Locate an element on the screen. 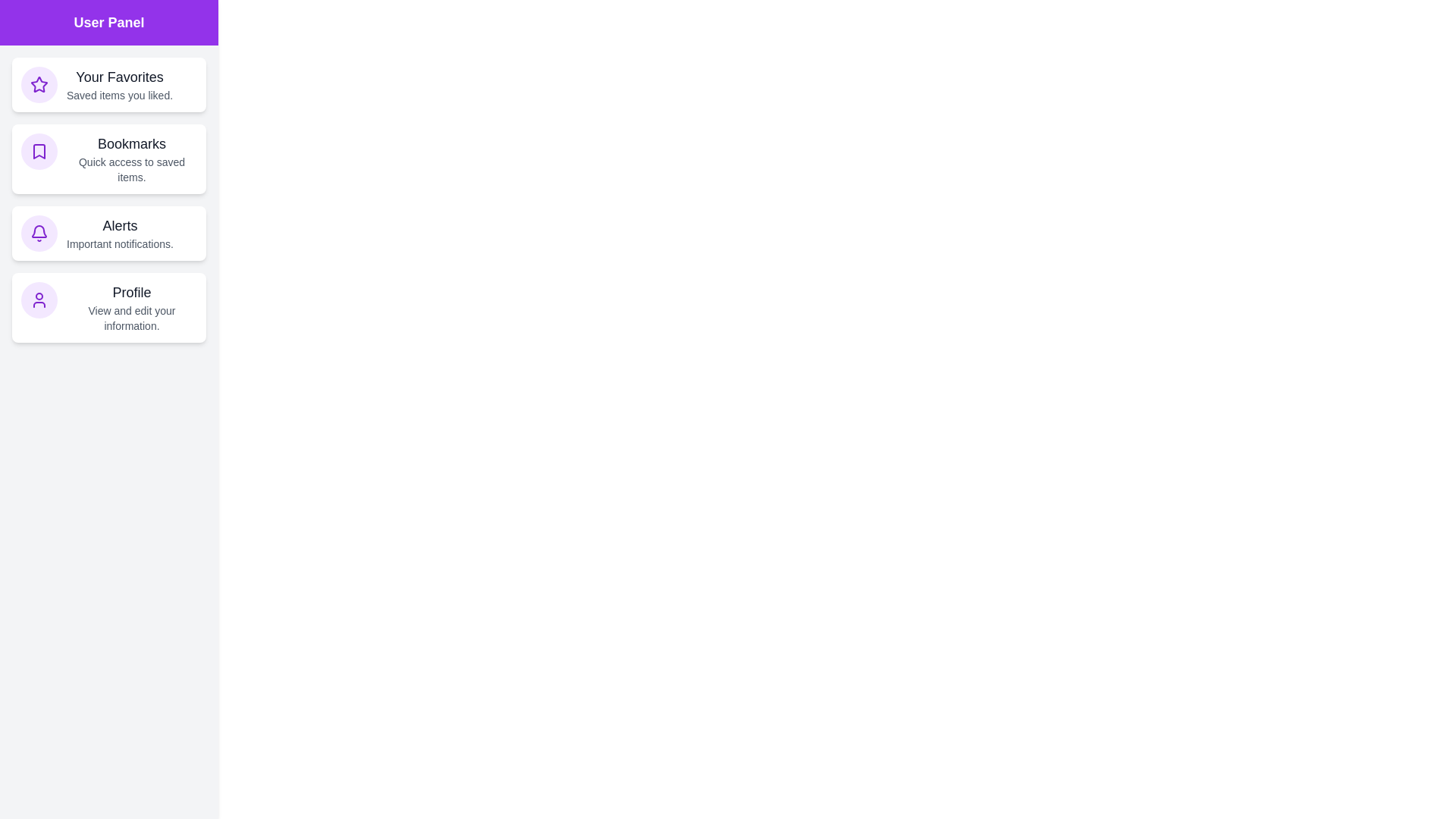 This screenshot has width=1456, height=819. the Profile section of the UserInteractionDrawer is located at coordinates (108, 307).